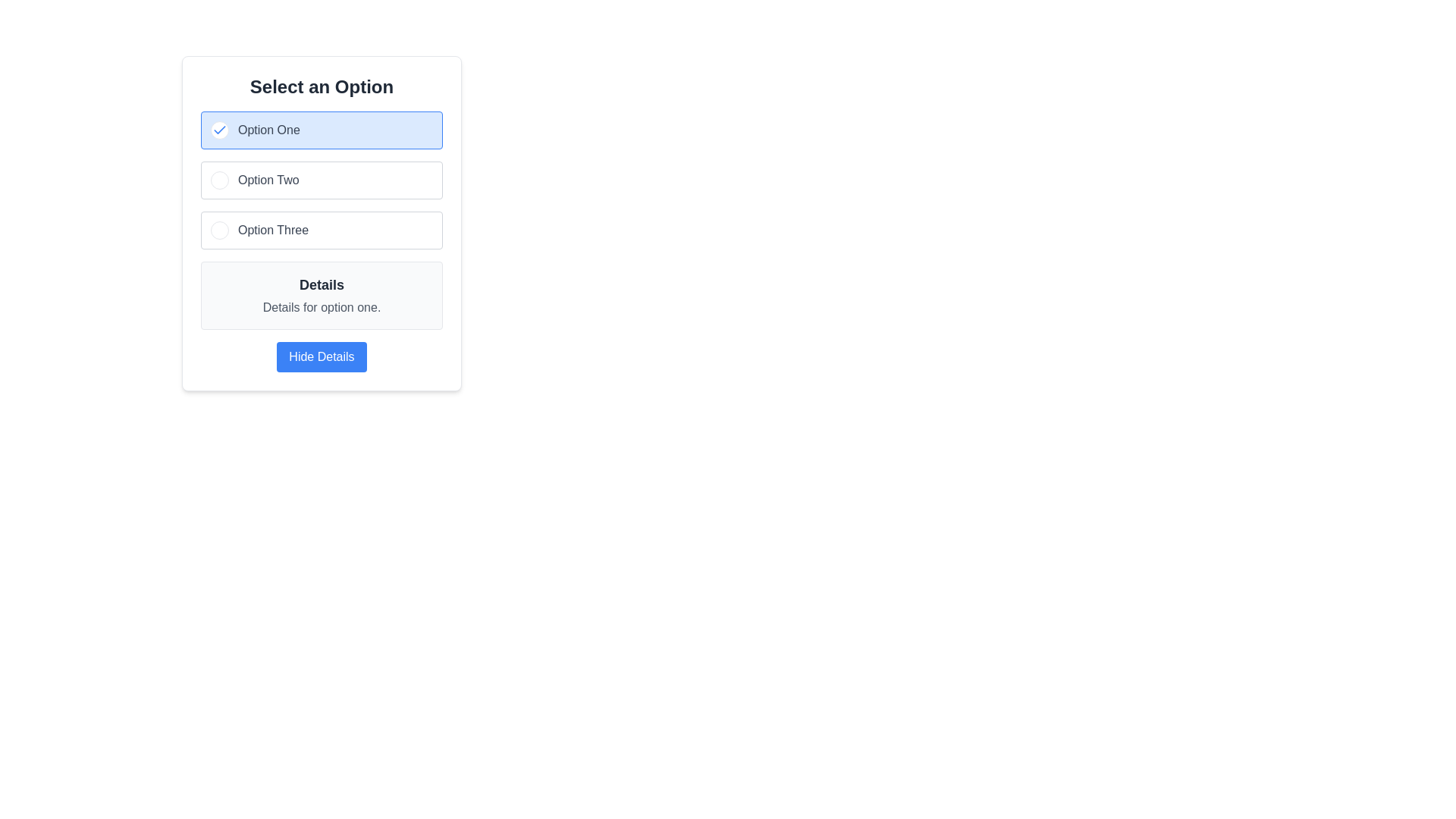  Describe the element at coordinates (321, 180) in the screenshot. I see `the radio button group containing 'Option One', 'Option Two', and 'Option Three' for more information` at that location.